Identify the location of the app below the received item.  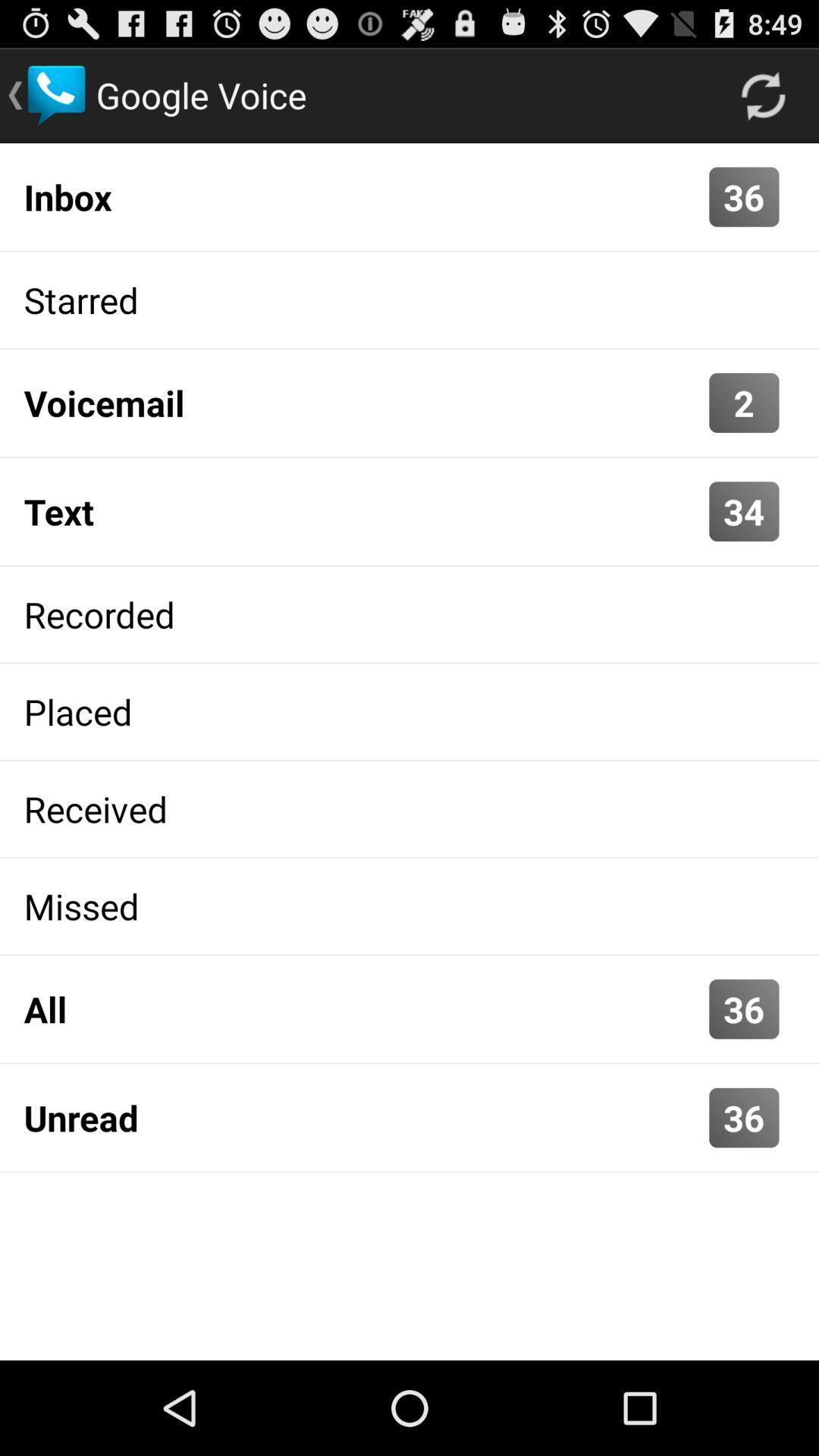
(409, 906).